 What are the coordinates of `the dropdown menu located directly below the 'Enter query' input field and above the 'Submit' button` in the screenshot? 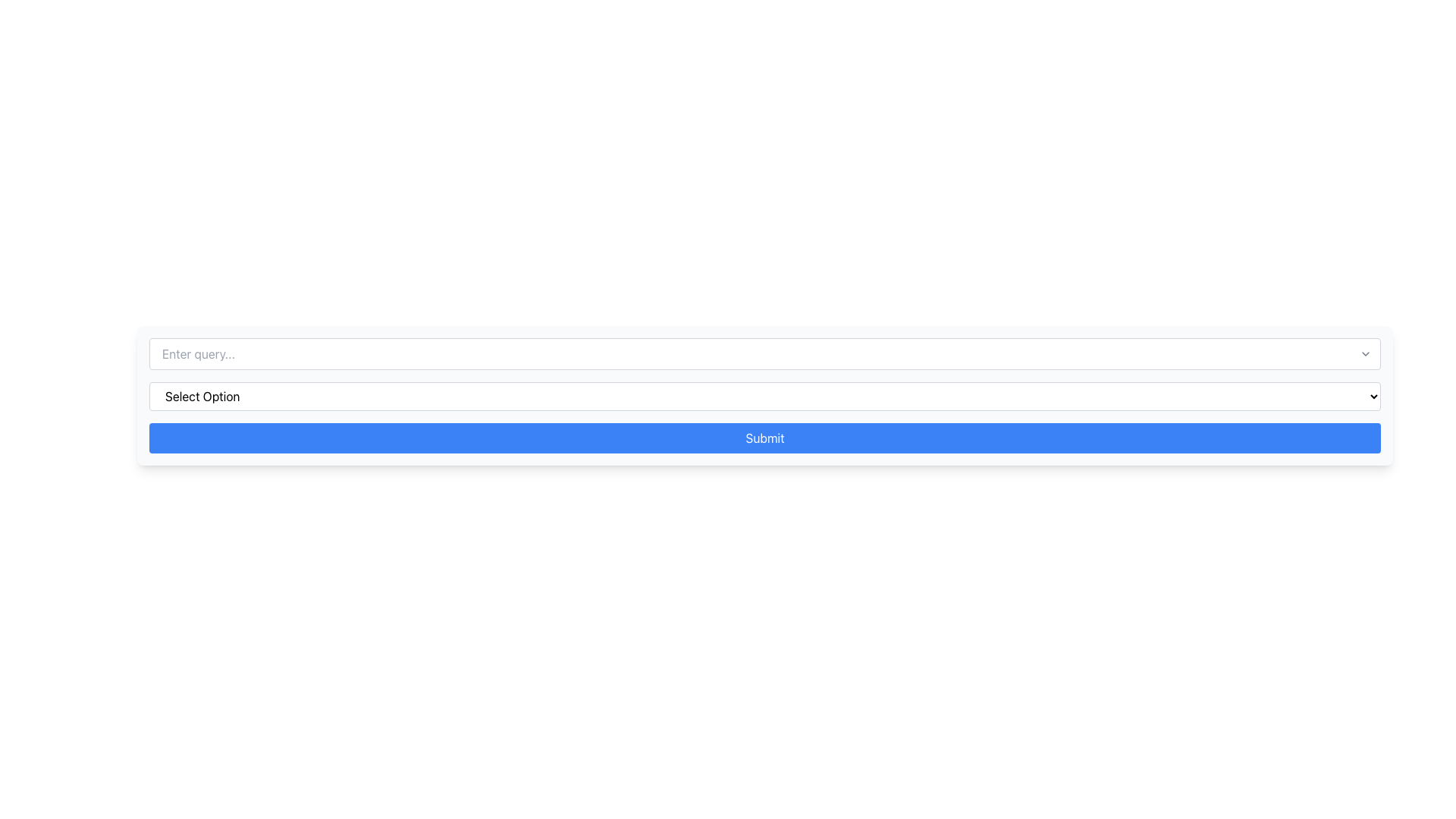 It's located at (764, 396).